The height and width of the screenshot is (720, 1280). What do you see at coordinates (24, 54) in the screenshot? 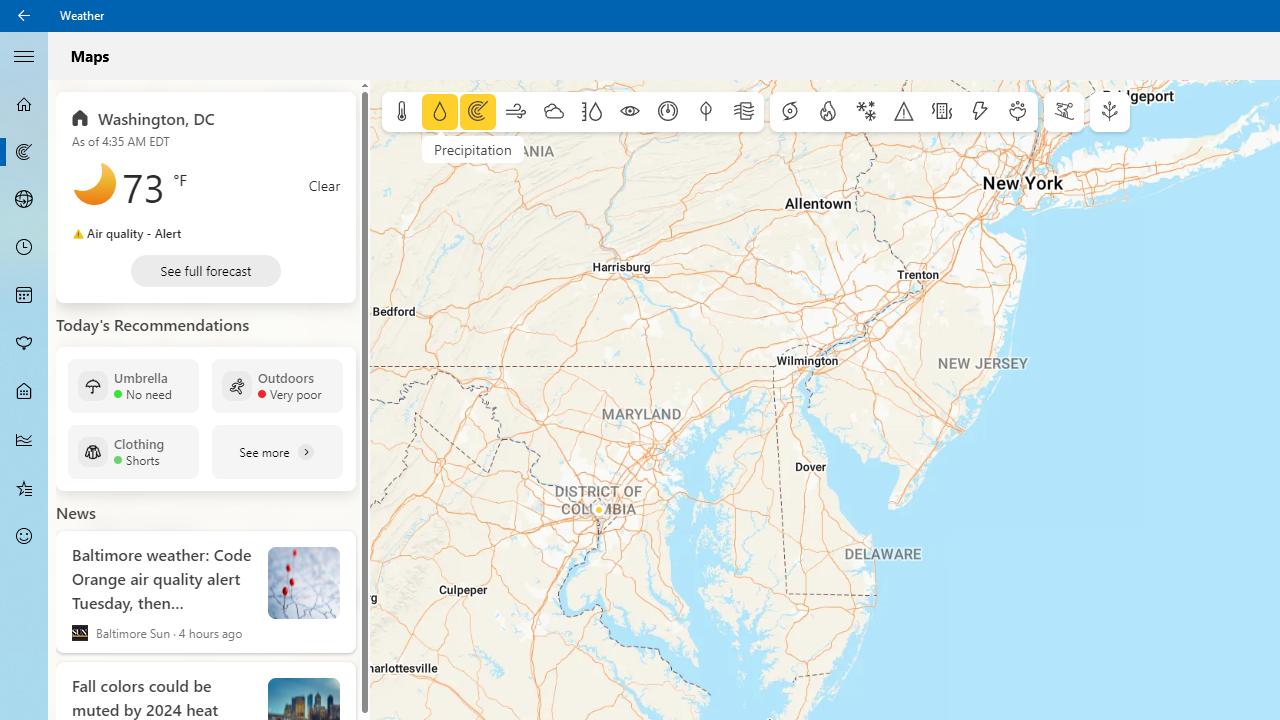
I see `'Collapse Navigation'` at bounding box center [24, 54].